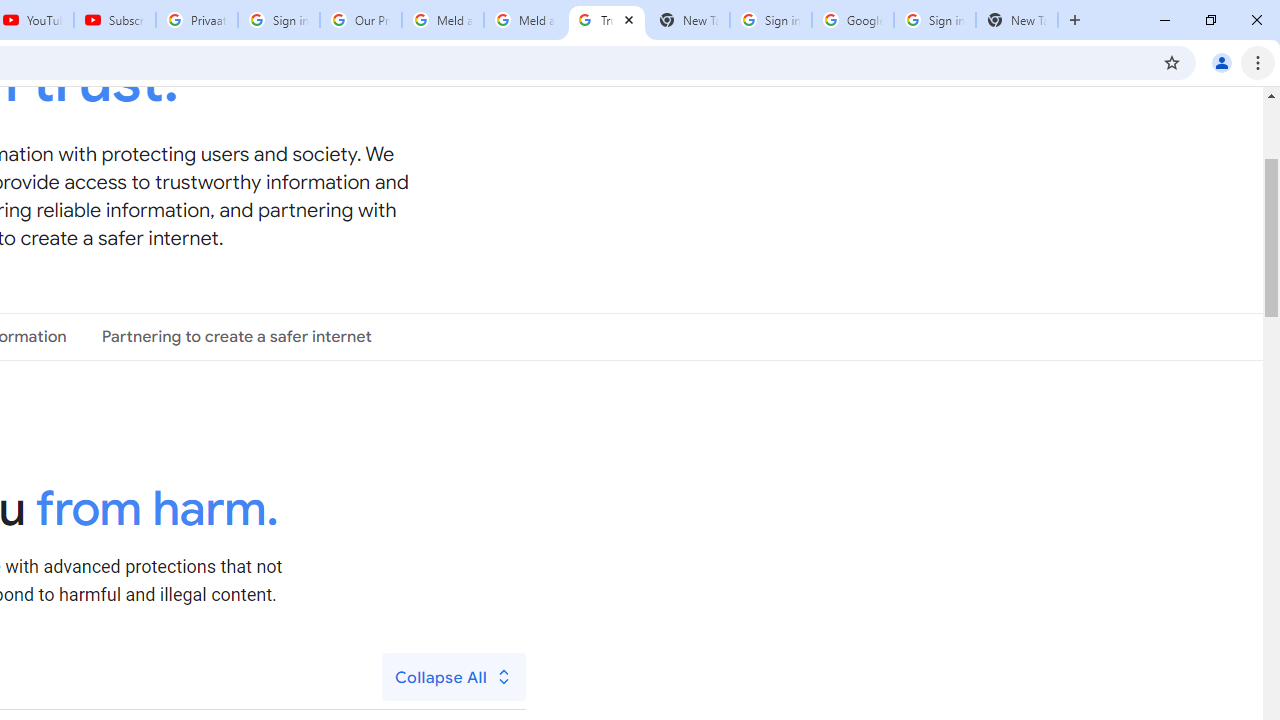 The height and width of the screenshot is (720, 1280). What do you see at coordinates (1016, 20) in the screenshot?
I see `'New Tab'` at bounding box center [1016, 20].